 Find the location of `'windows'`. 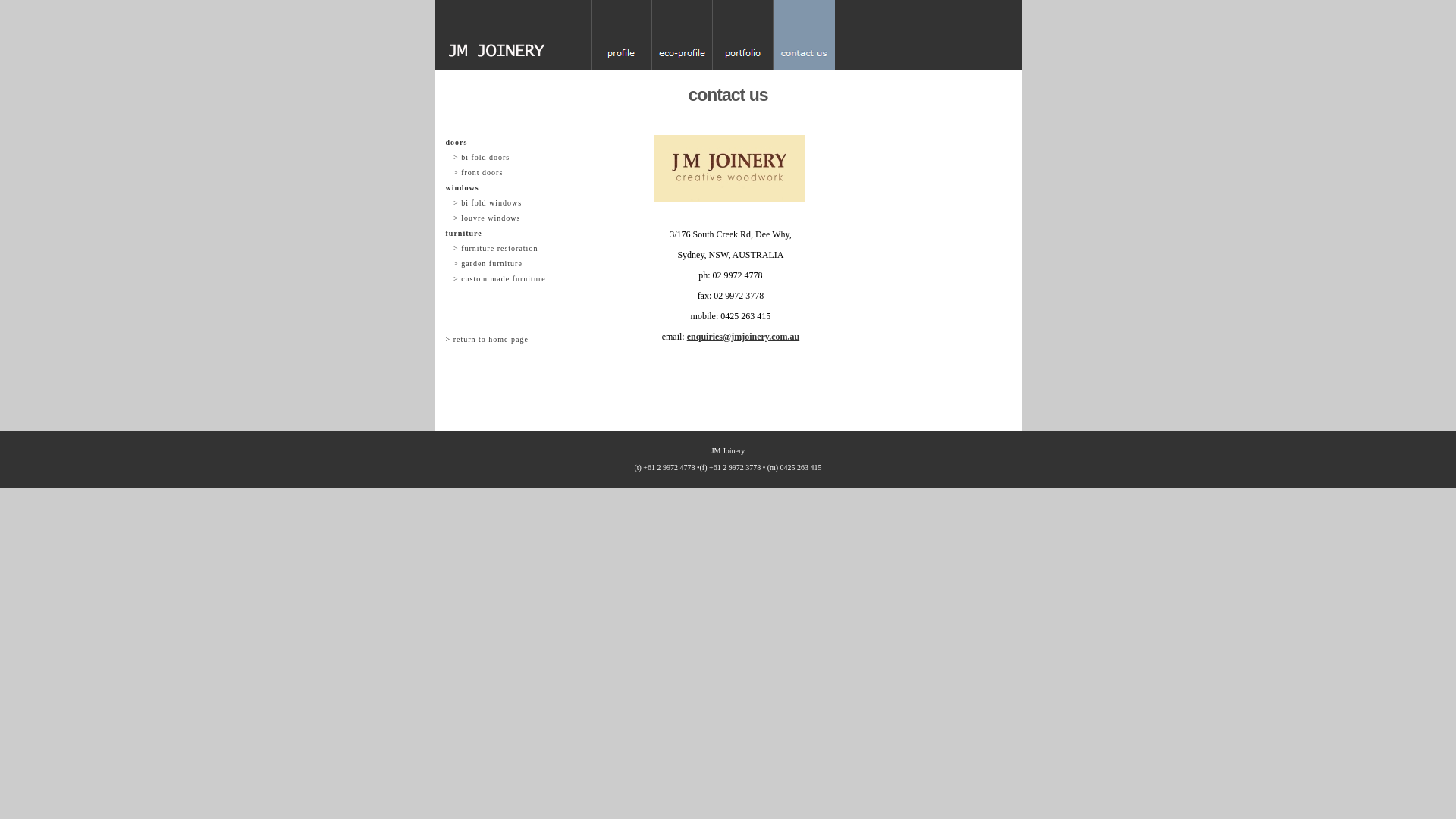

'windows' is located at coordinates (506, 187).